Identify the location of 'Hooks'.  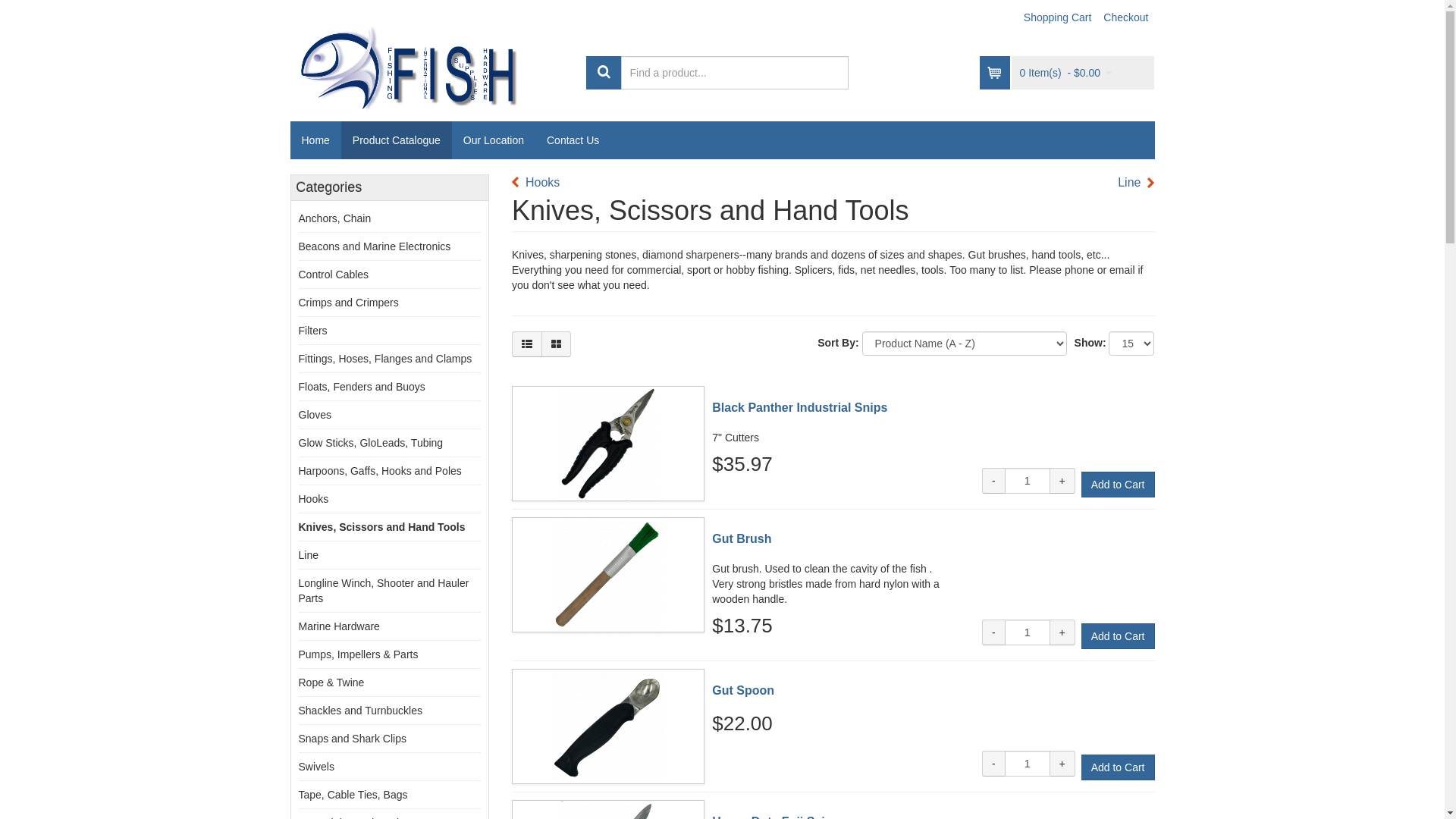
(535, 182).